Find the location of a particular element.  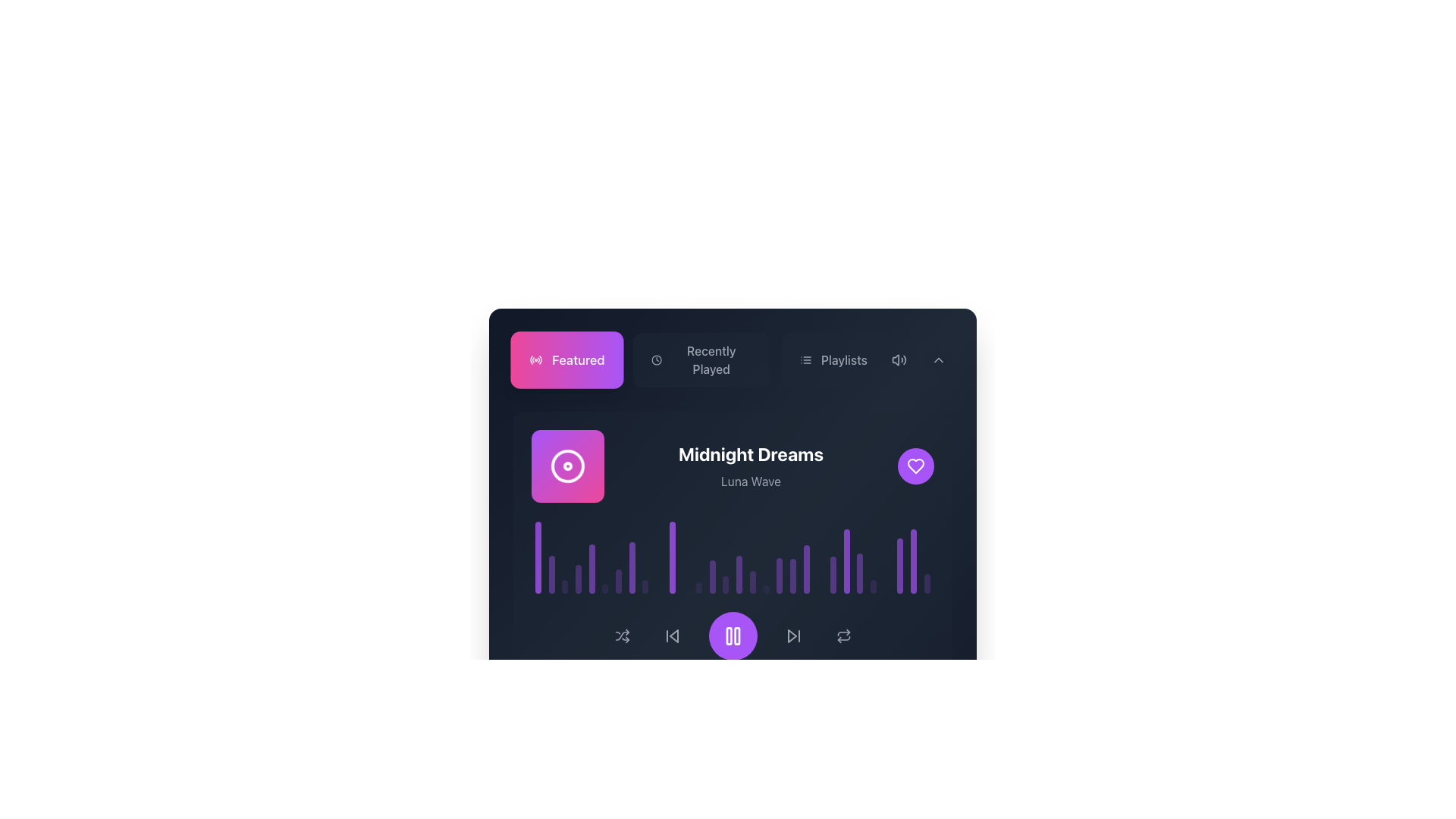

the twenty-seventh progress bar in the soundwave representation, which indicates the amplitude of a sound track, located in the lower half of the music-themed interface is located at coordinates (913, 561).